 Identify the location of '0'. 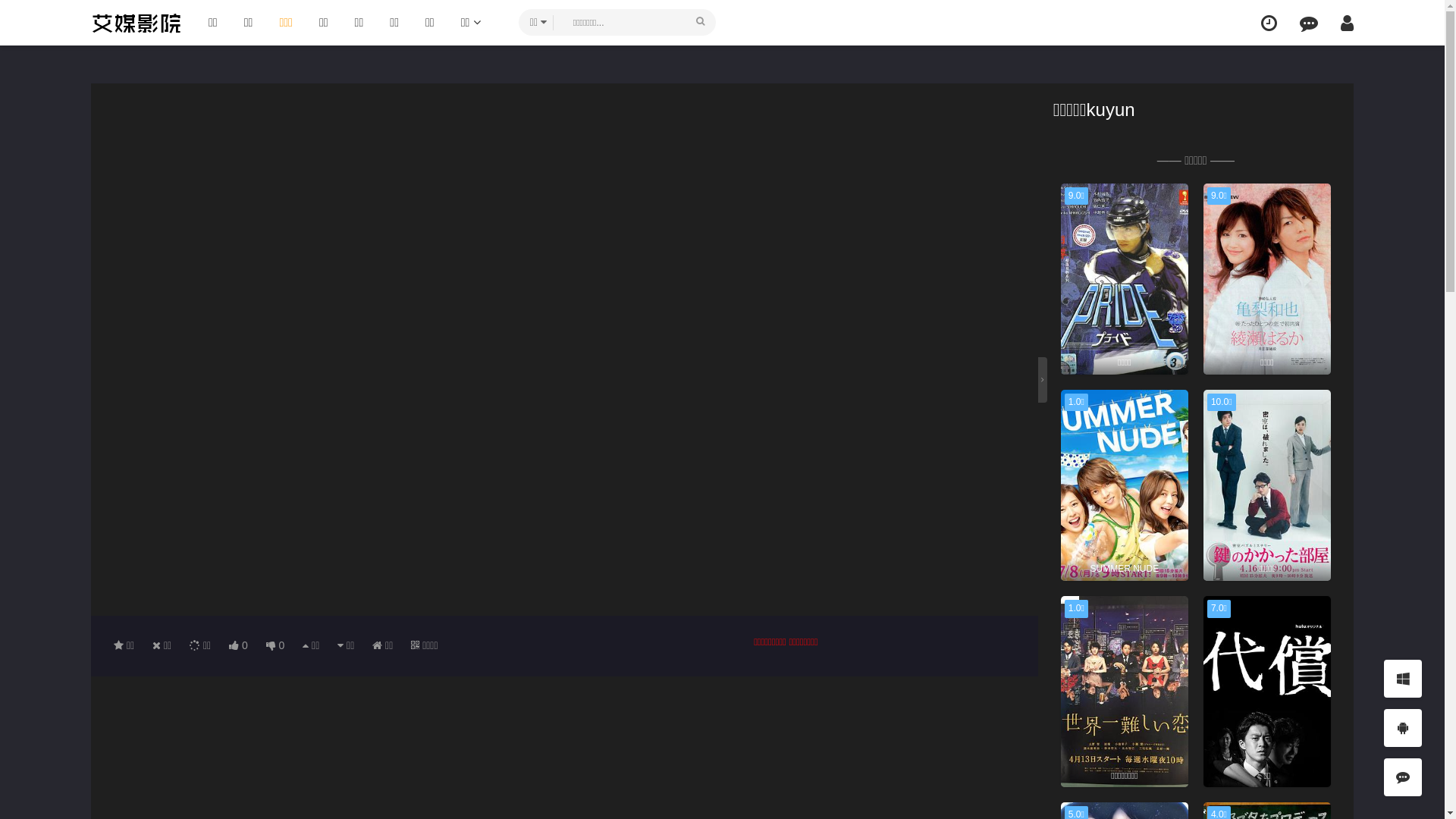
(237, 645).